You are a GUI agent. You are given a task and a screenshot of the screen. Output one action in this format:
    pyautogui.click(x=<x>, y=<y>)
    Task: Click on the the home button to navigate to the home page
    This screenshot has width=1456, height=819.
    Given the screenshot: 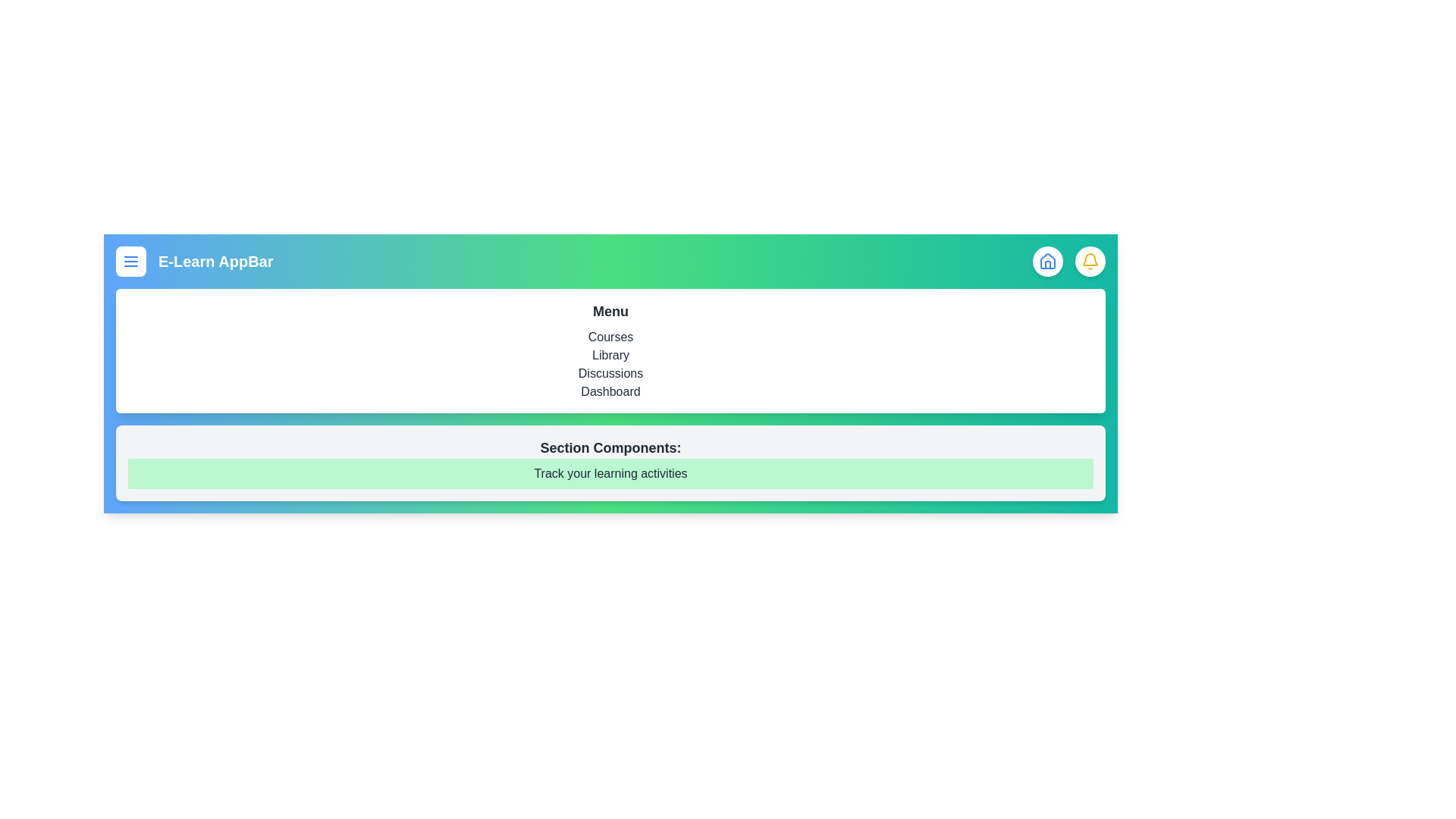 What is the action you would take?
    pyautogui.click(x=1047, y=260)
    